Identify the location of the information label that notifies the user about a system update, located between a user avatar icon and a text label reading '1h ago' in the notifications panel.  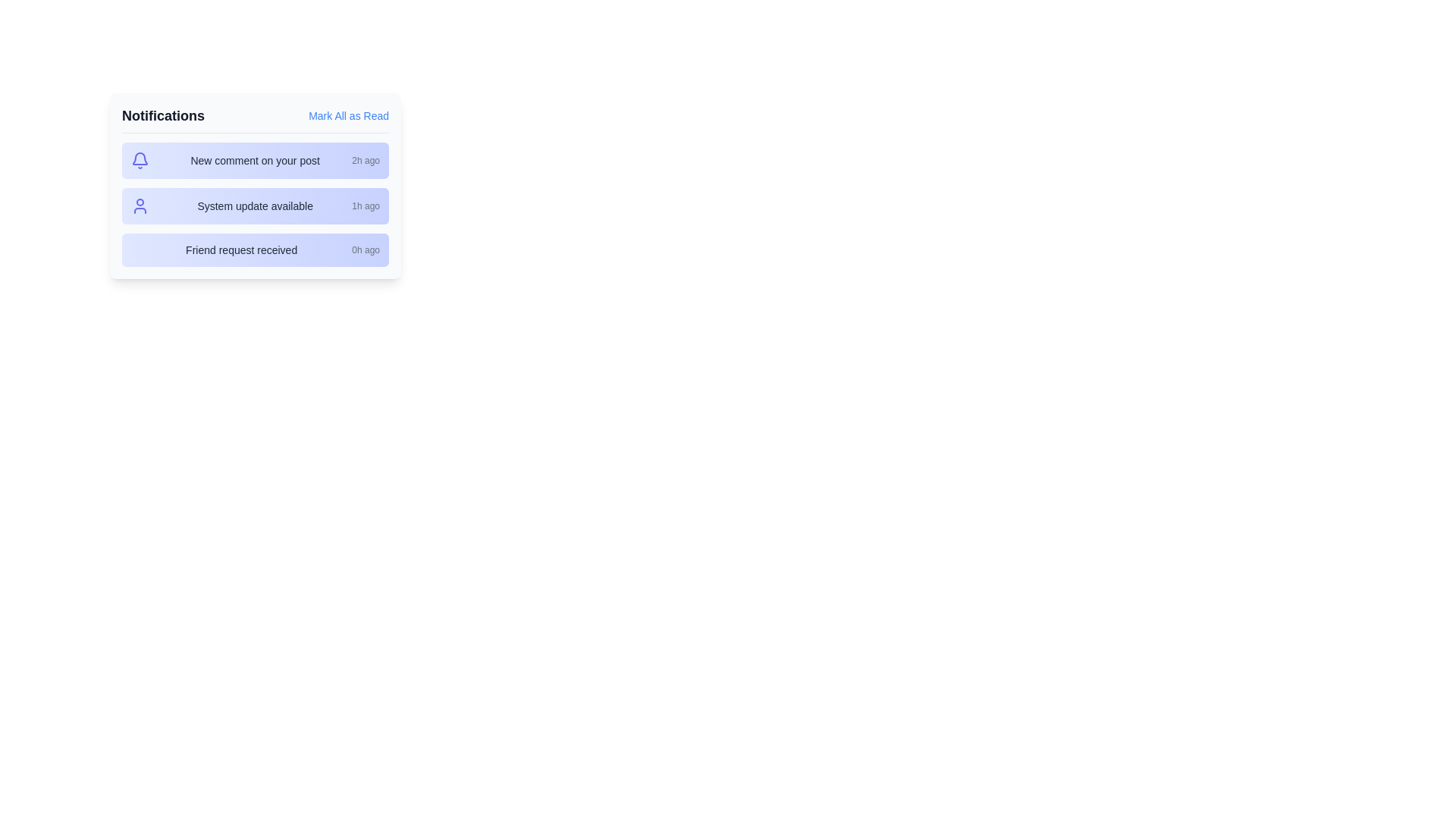
(255, 206).